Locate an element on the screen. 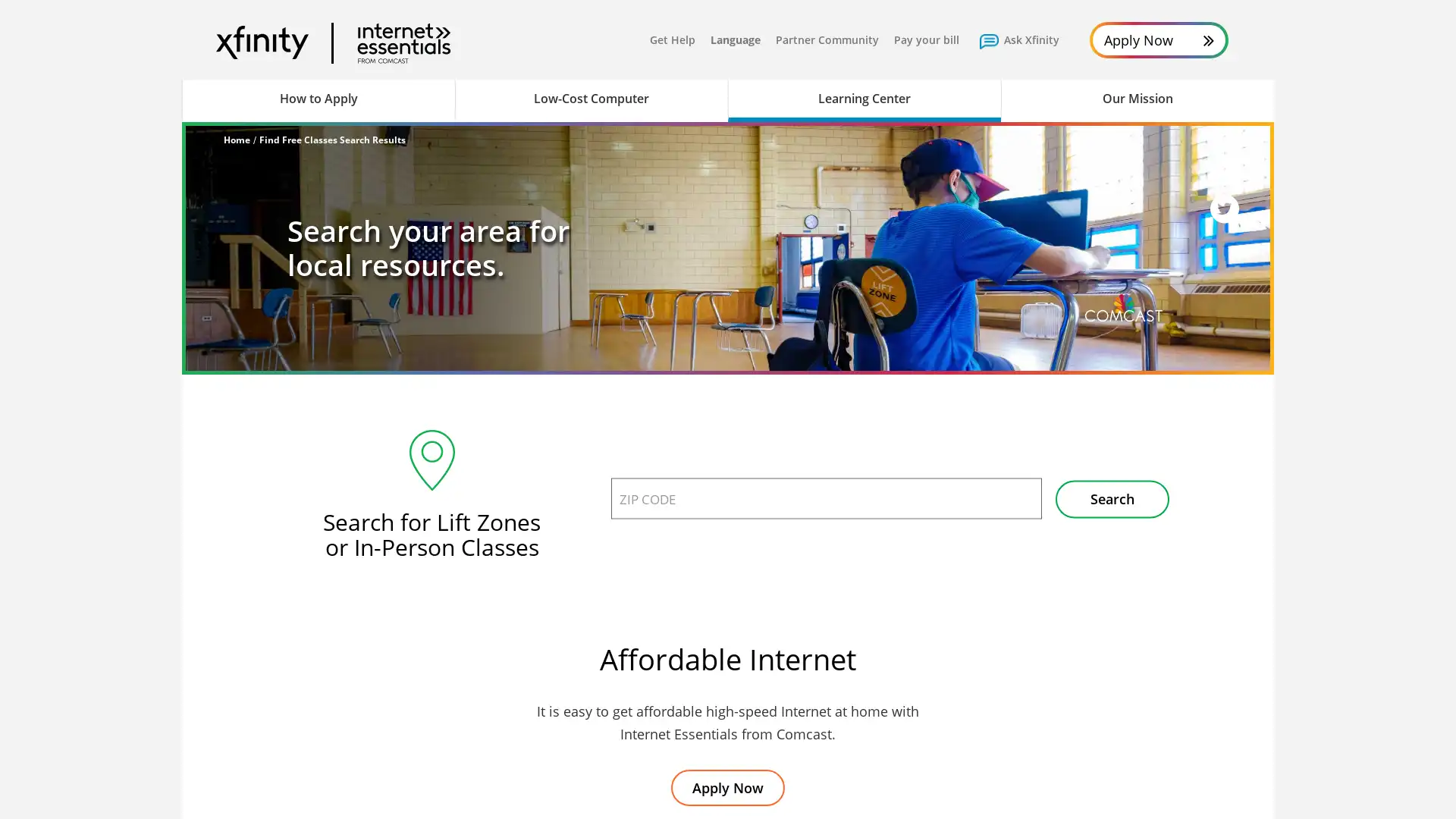 The width and height of the screenshot is (1456, 819). Search is located at coordinates (1112, 499).